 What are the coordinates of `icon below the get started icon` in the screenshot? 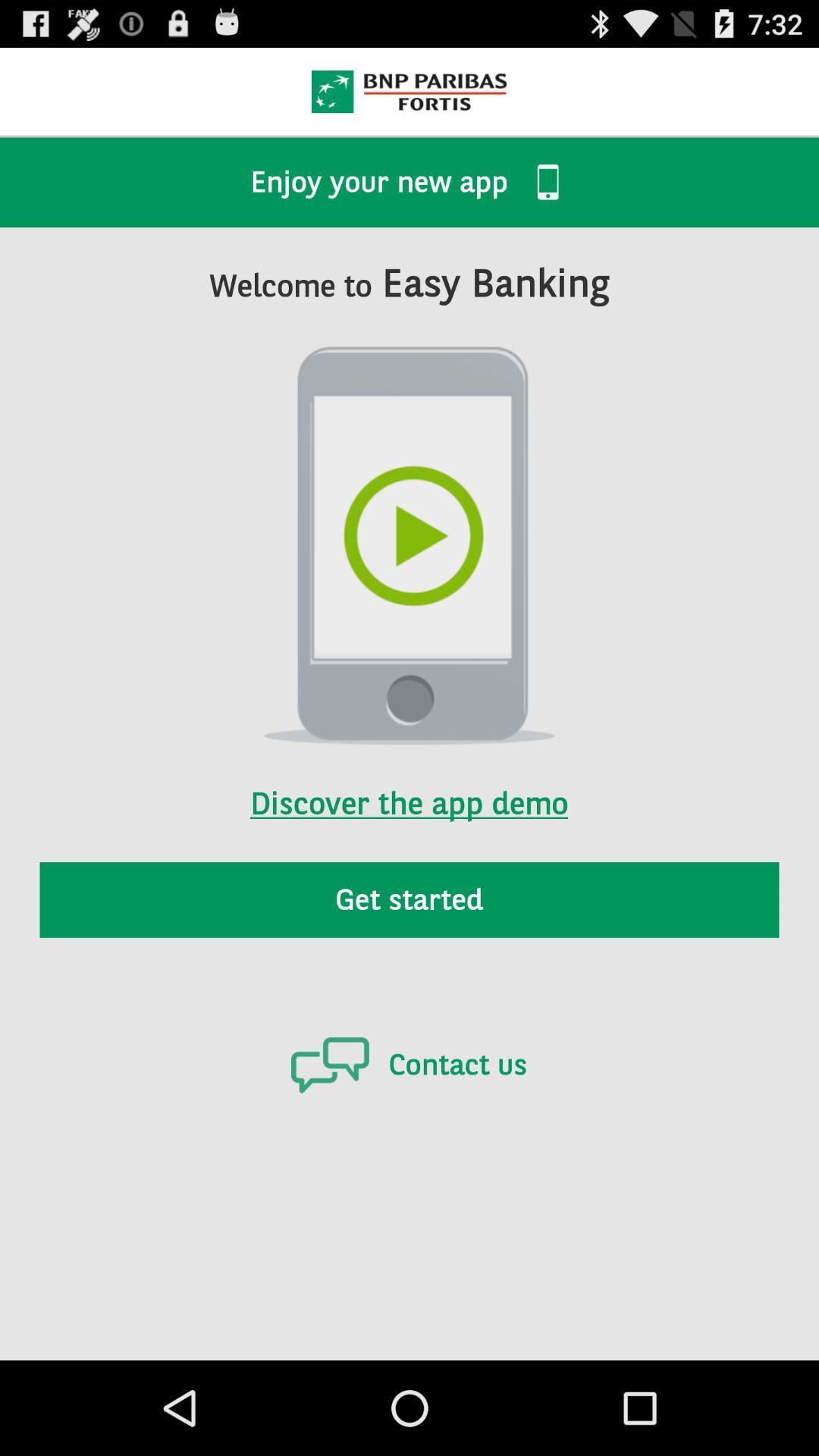 It's located at (408, 1064).